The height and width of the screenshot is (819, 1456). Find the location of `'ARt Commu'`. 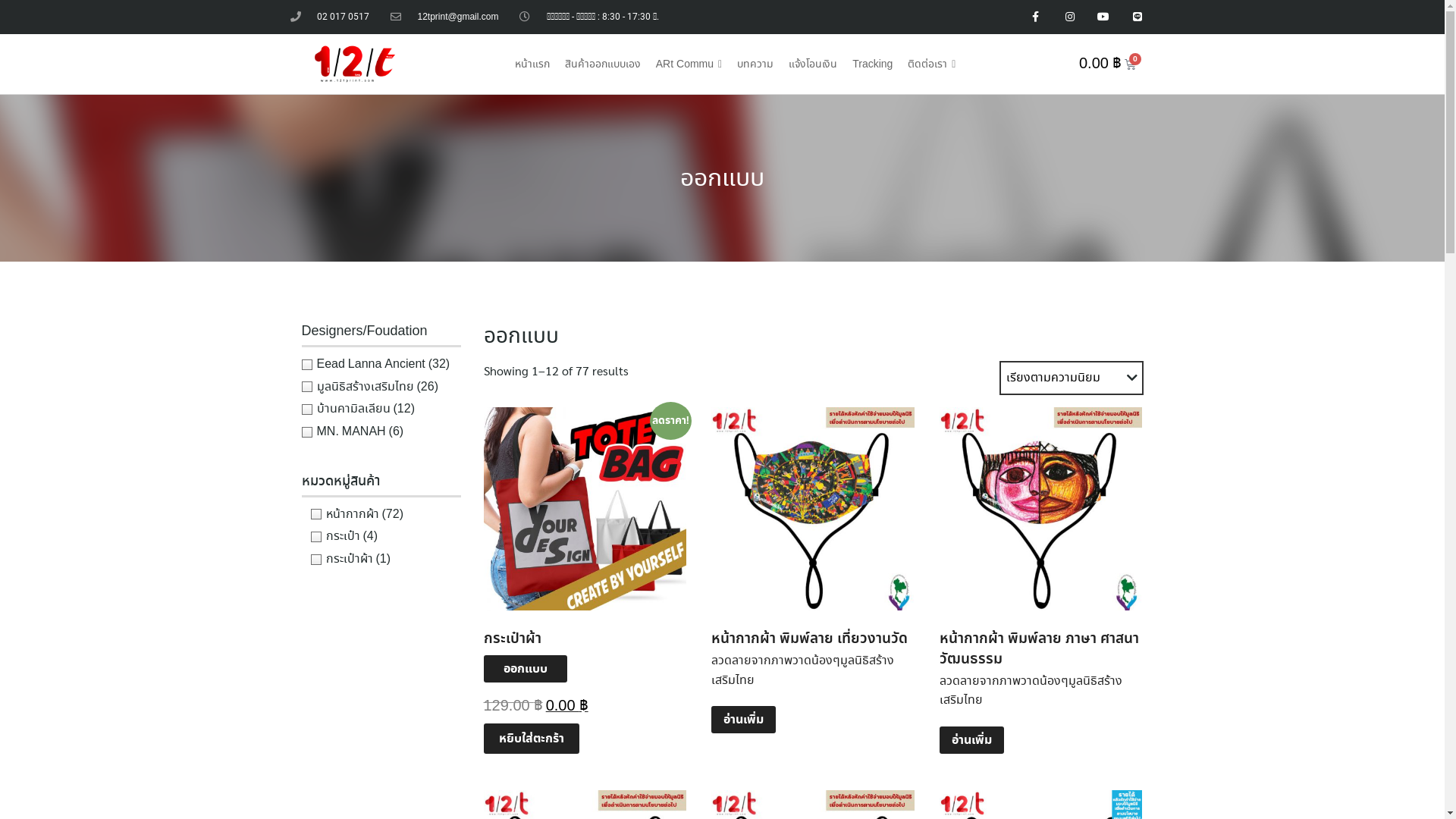

'ARt Commu' is located at coordinates (688, 63).